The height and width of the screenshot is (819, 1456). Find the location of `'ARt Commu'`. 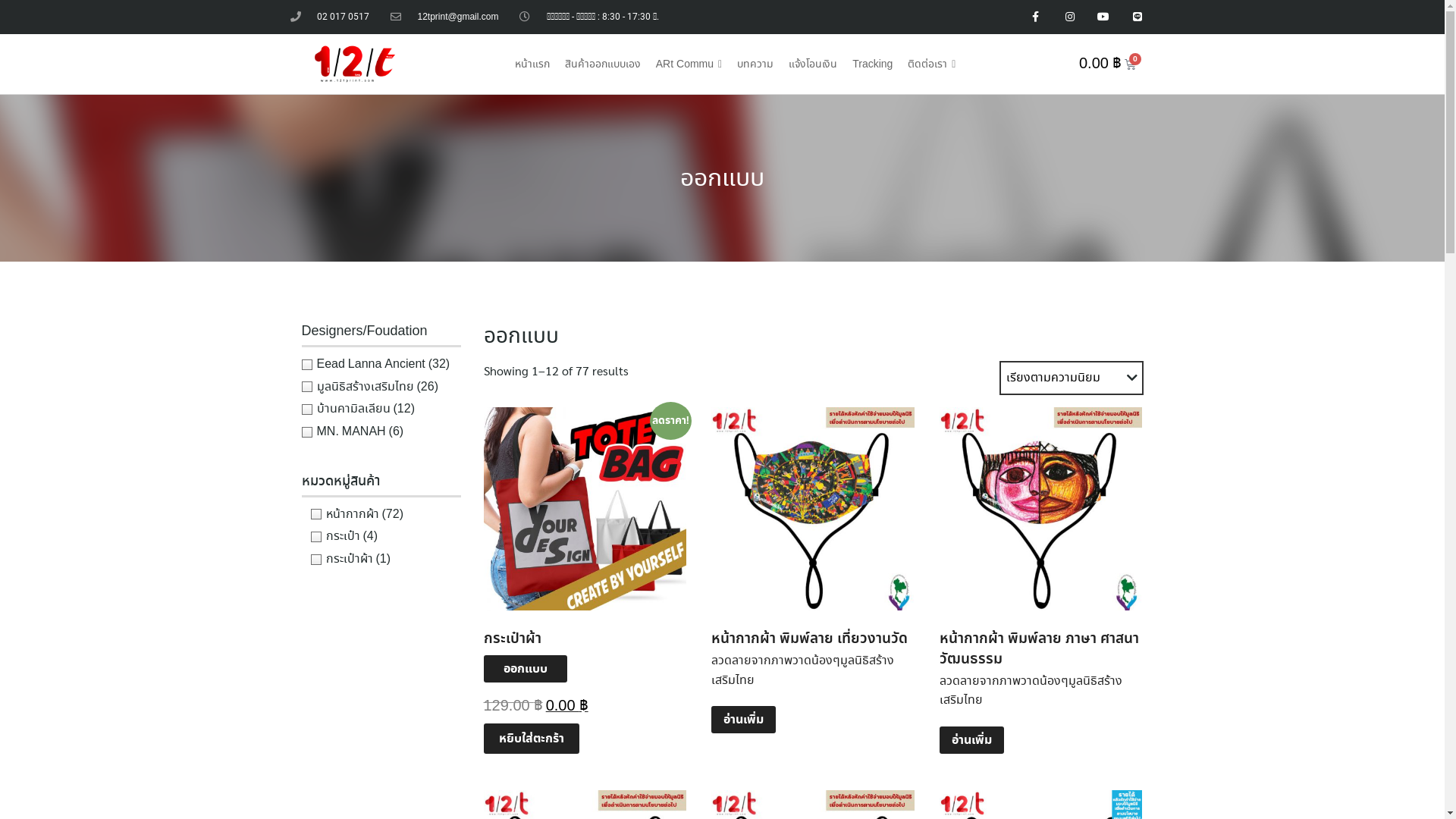

'ARt Commu' is located at coordinates (688, 63).